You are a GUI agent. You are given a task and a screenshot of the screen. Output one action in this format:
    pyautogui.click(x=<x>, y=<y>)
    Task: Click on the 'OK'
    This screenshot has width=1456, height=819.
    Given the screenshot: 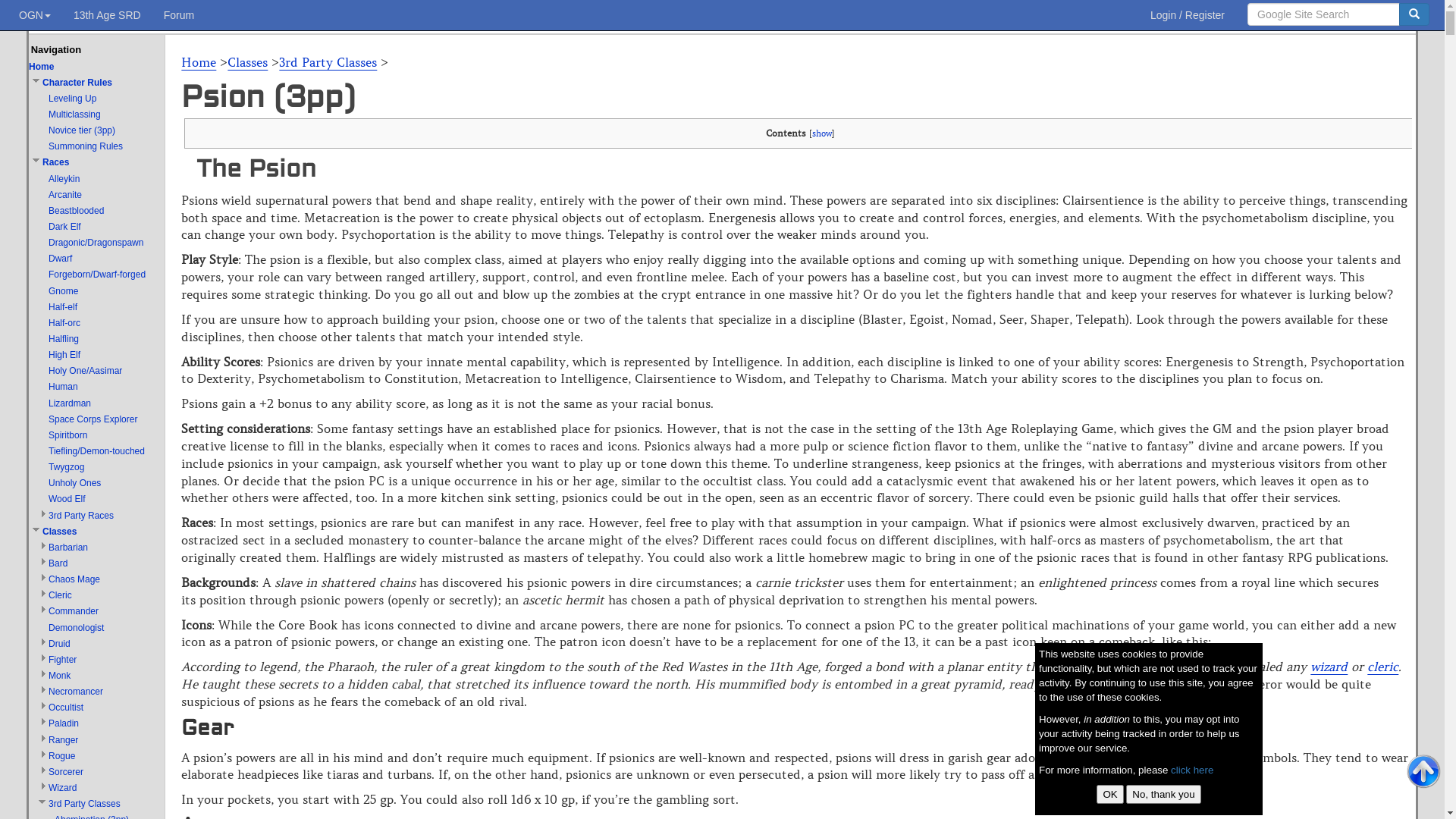 What is the action you would take?
    pyautogui.click(x=1109, y=793)
    